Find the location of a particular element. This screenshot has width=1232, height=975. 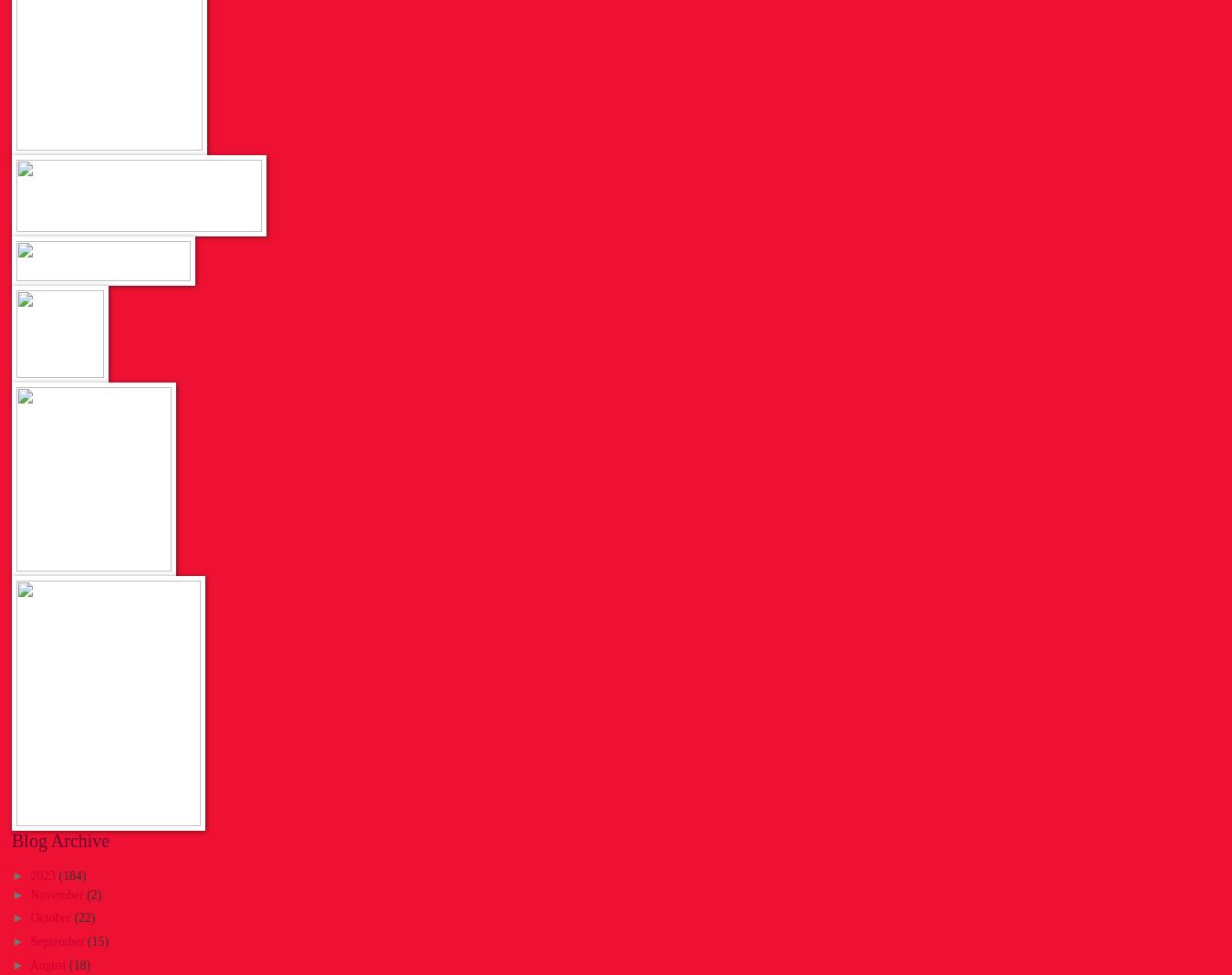

'(22)' is located at coordinates (83, 917).